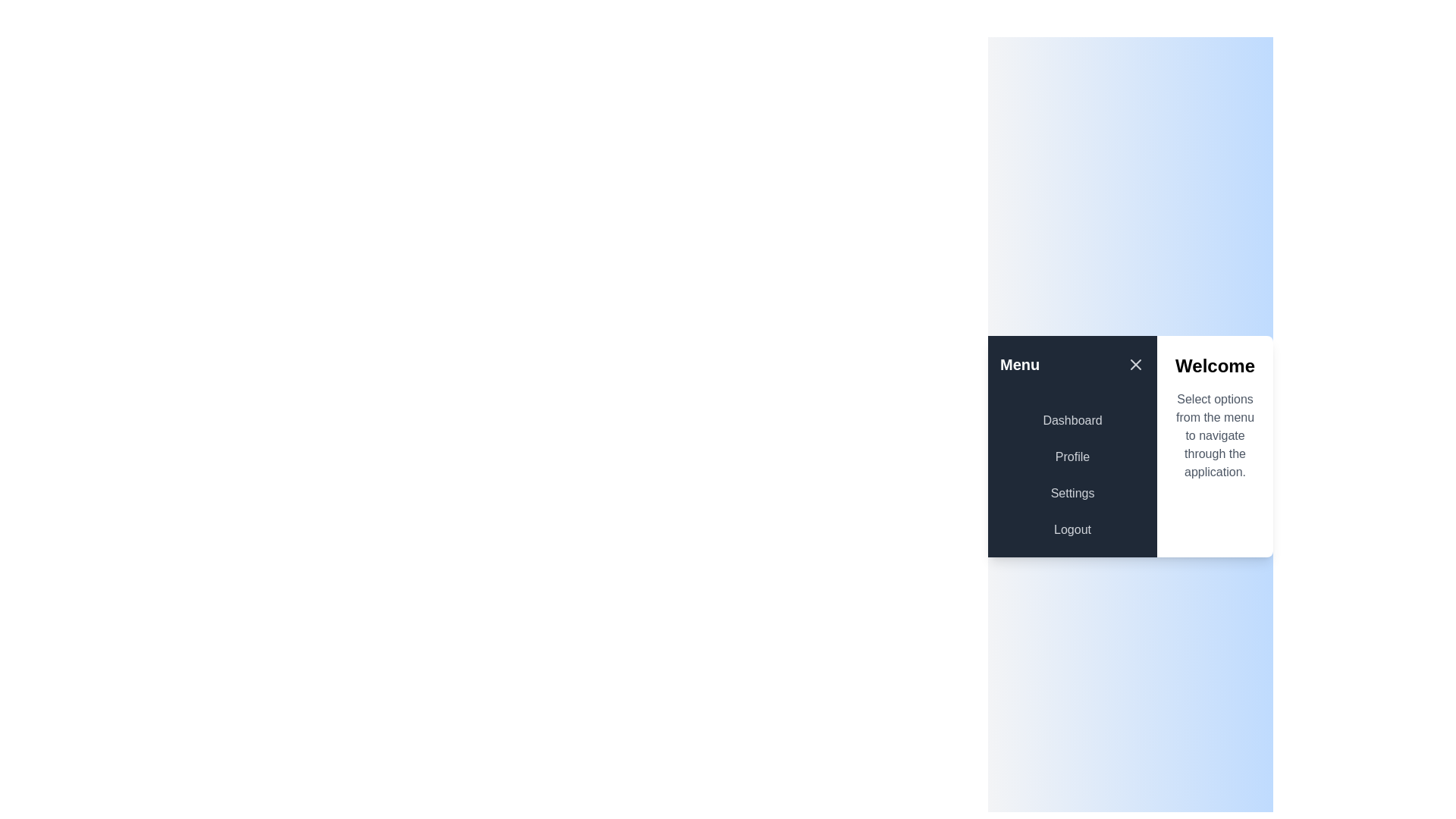 The height and width of the screenshot is (819, 1456). Describe the element at coordinates (1072, 456) in the screenshot. I see `the menu option Profile` at that location.